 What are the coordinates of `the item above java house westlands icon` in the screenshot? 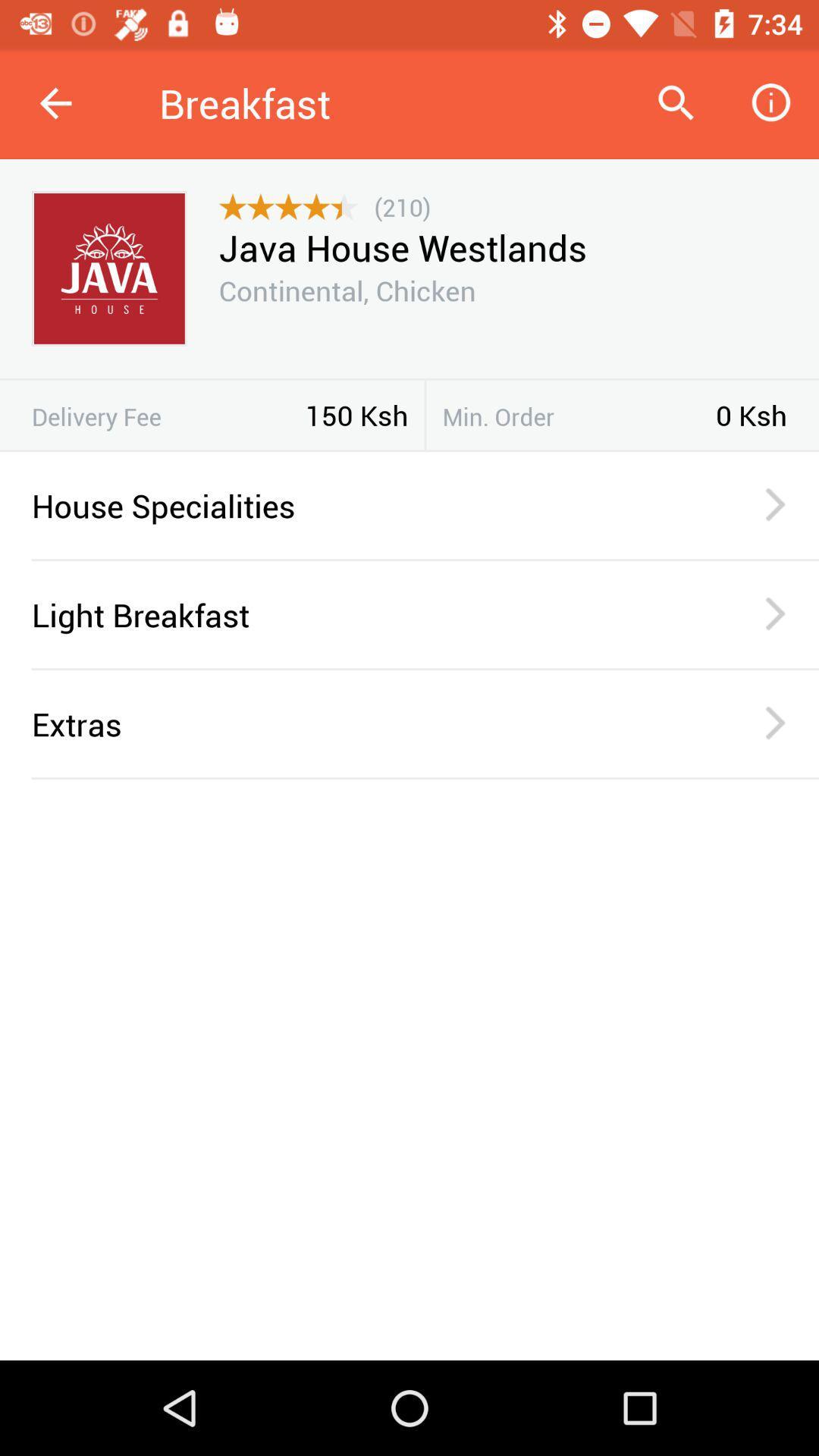 It's located at (402, 206).